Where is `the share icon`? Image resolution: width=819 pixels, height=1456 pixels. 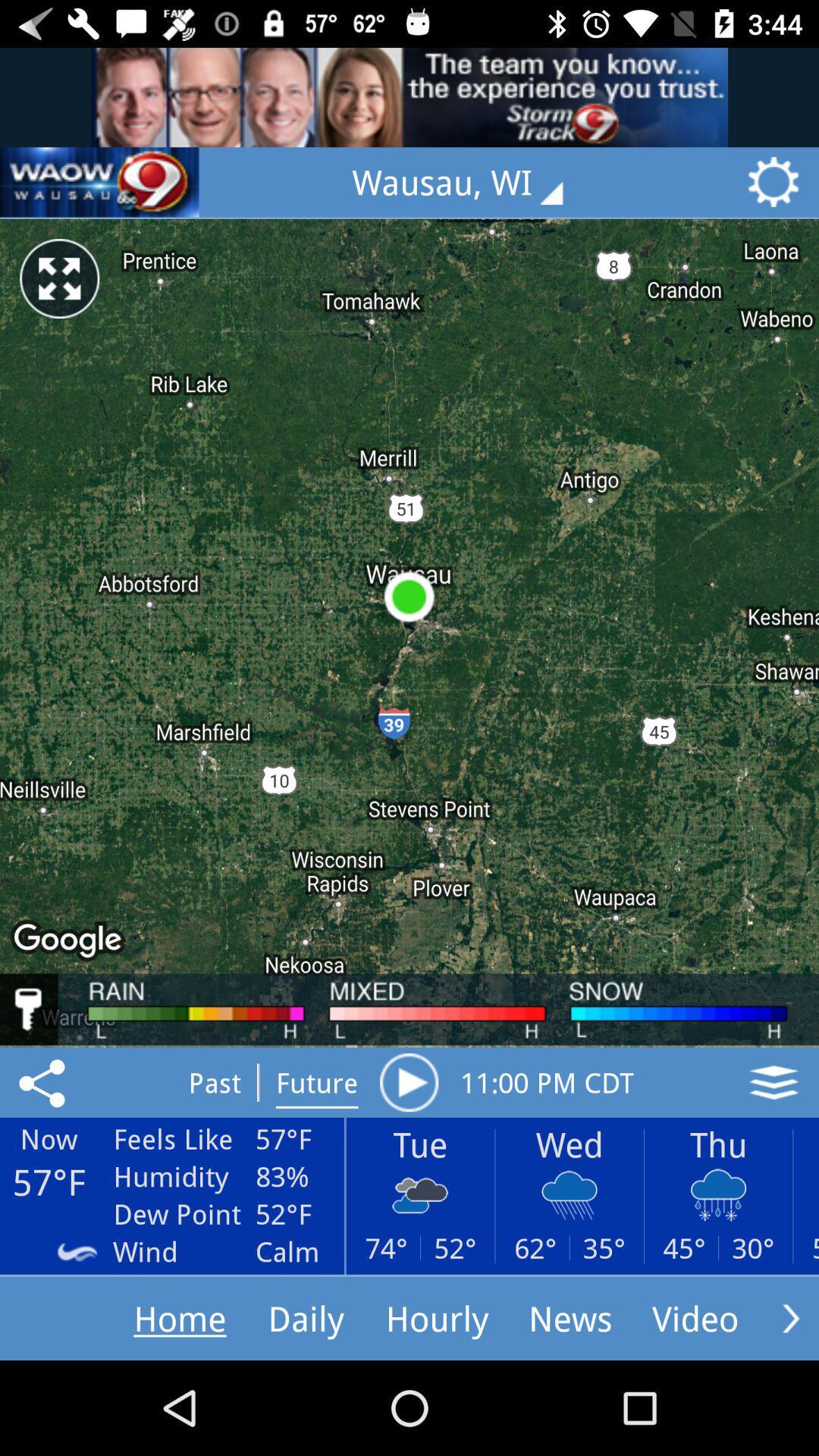
the share icon is located at coordinates (44, 1081).